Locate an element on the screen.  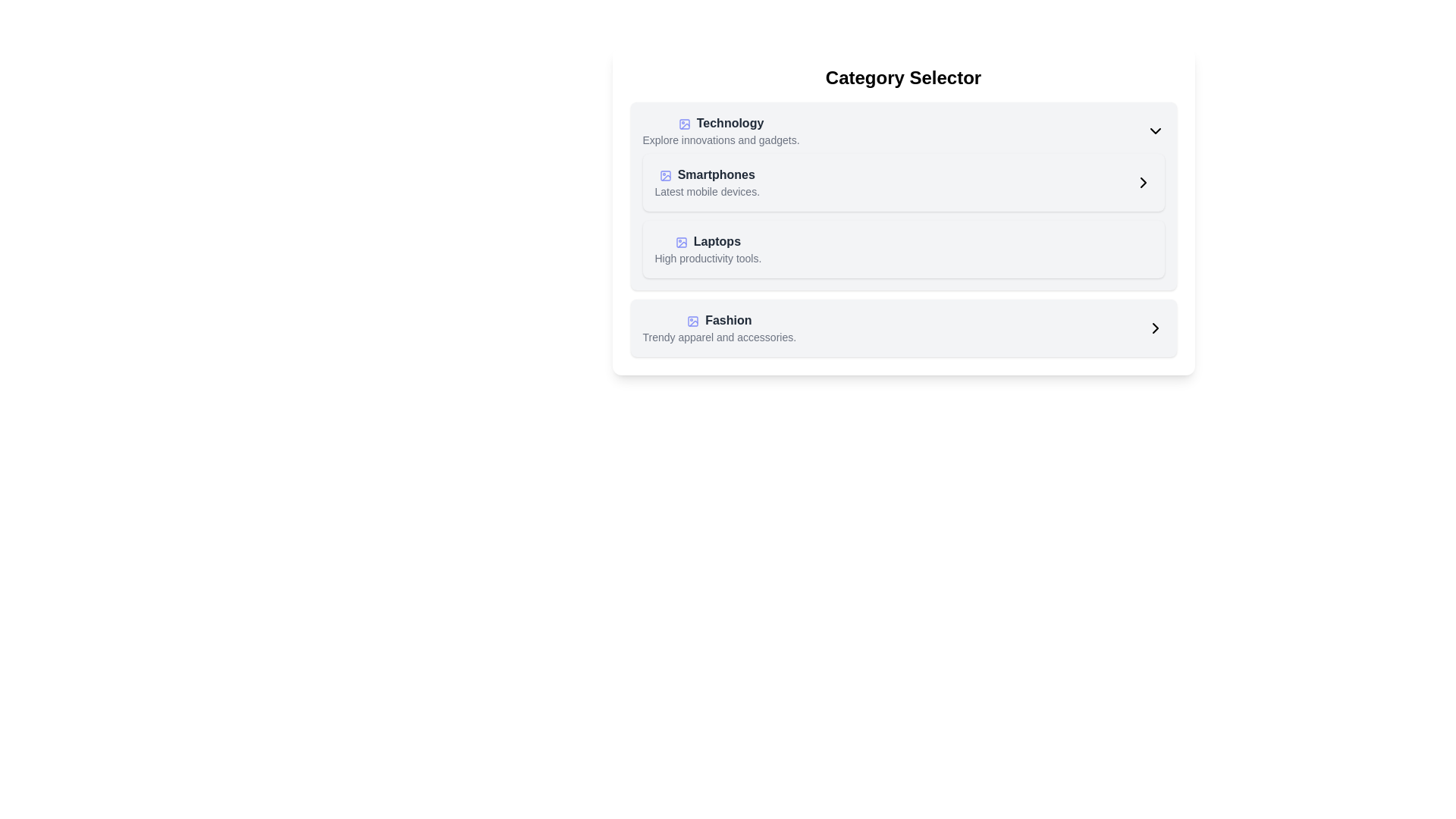
the 'Laptops' text label which serves as a category header indicating related content below the 'Smartphones' category is located at coordinates (716, 240).